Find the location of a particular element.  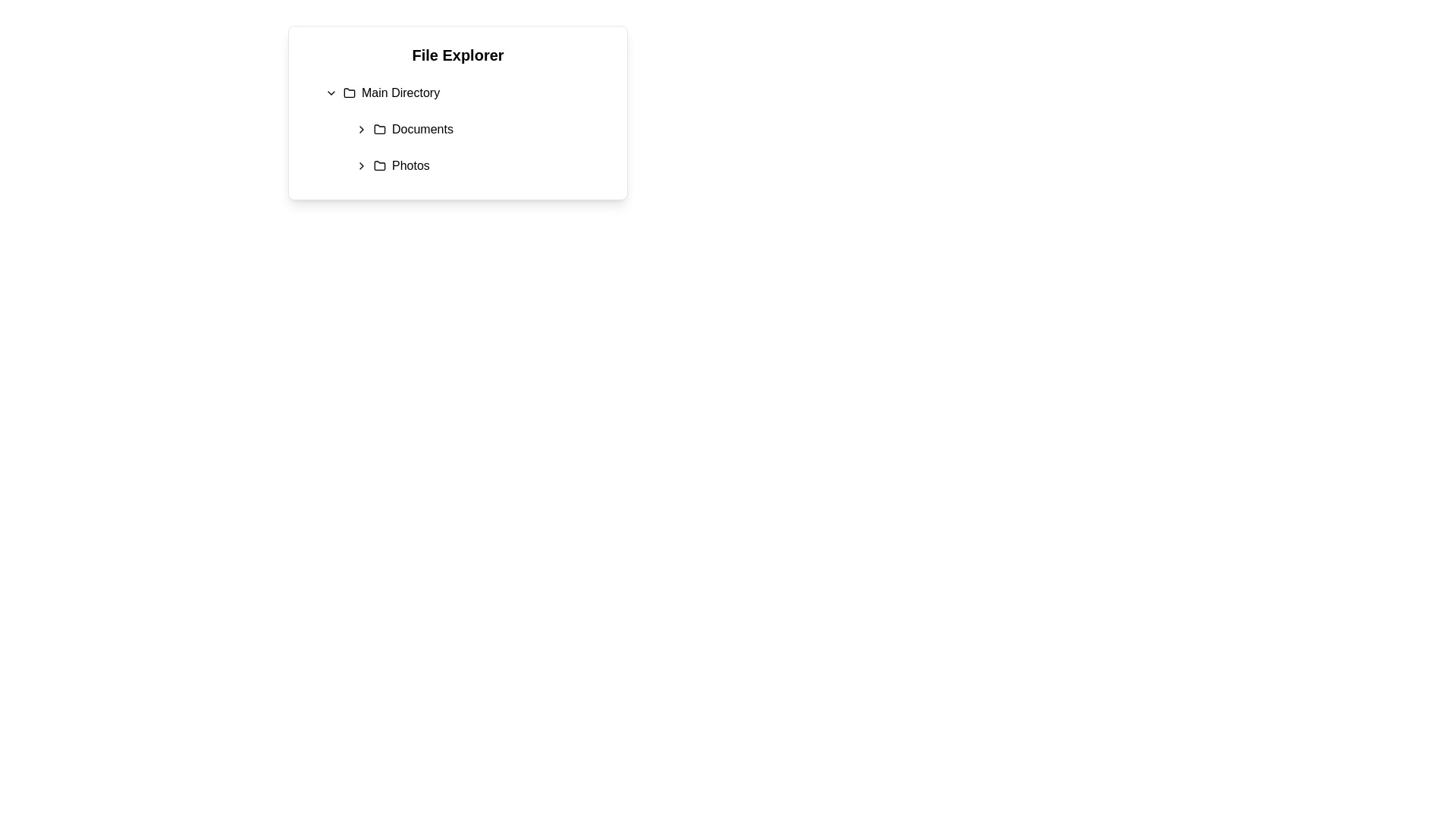

the folder icon located to the left of the 'Main Directory' text in the file explorer interface is located at coordinates (348, 93).